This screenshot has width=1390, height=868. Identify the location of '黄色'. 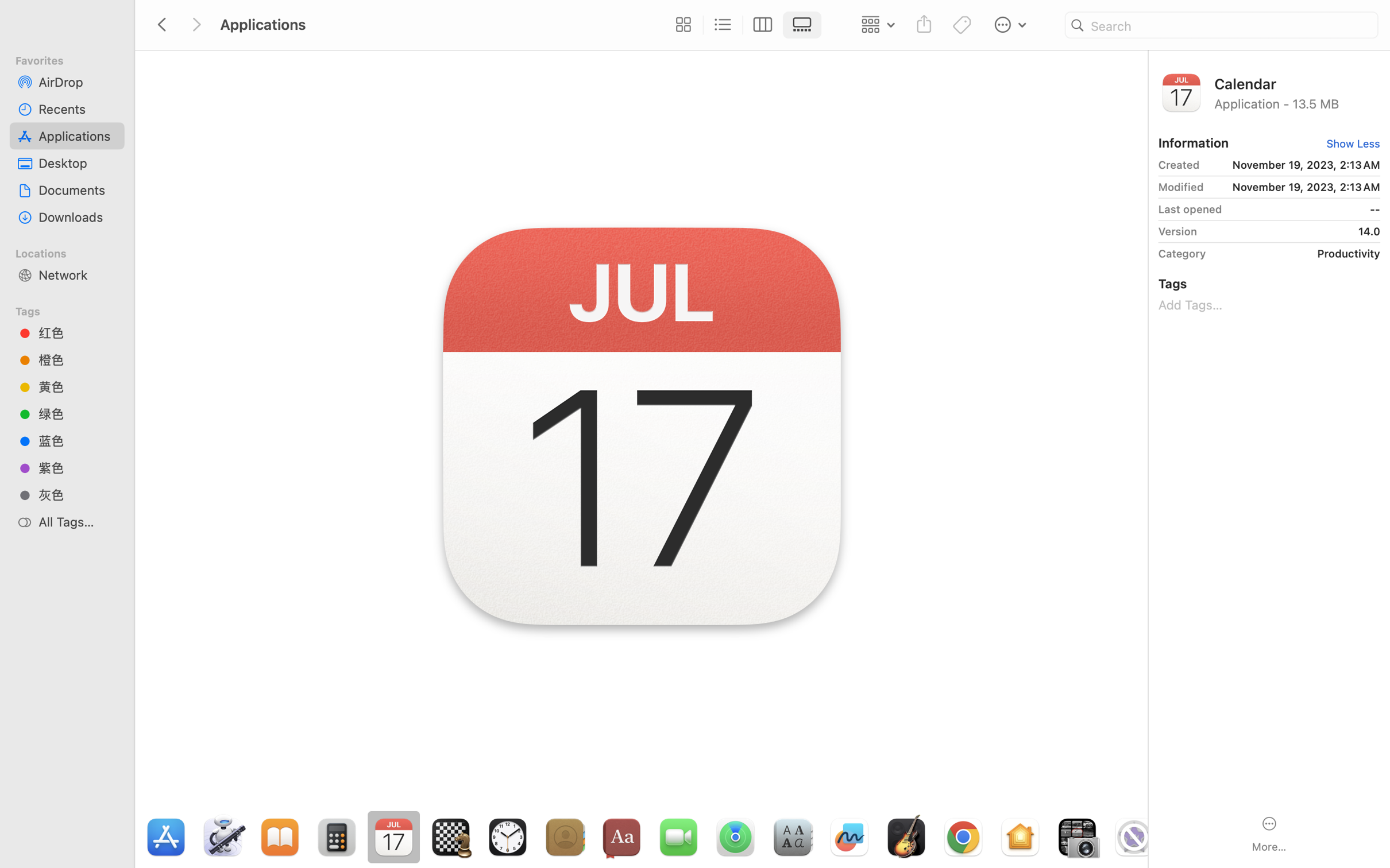
(77, 386).